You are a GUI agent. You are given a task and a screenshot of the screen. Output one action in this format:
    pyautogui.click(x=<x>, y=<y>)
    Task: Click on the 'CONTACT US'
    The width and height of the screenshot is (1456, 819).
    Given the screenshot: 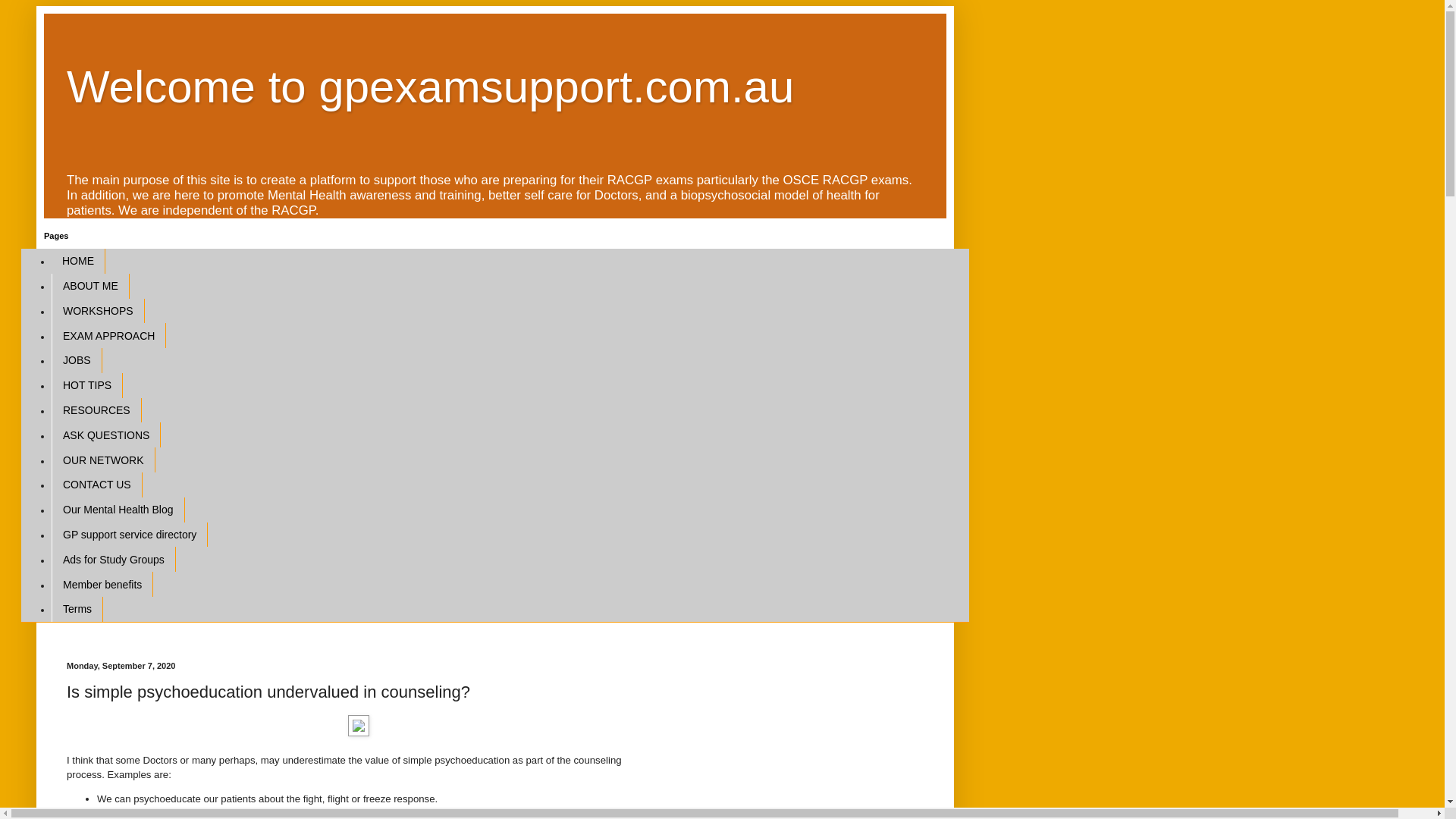 What is the action you would take?
    pyautogui.click(x=96, y=485)
    